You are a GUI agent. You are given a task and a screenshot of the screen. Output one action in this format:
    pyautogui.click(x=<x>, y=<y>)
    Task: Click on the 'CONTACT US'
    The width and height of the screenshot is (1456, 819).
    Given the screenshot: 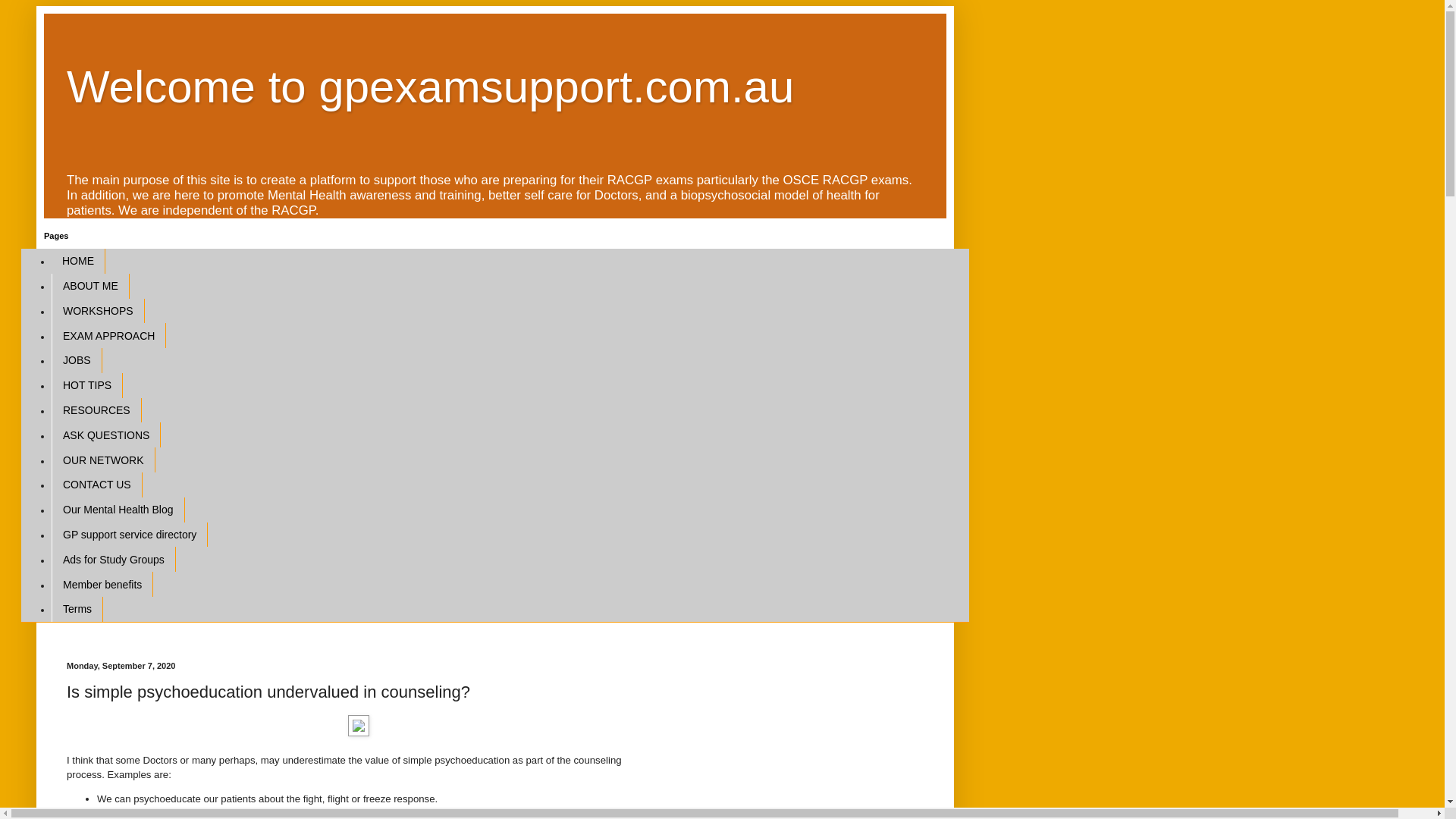 What is the action you would take?
    pyautogui.click(x=96, y=485)
    